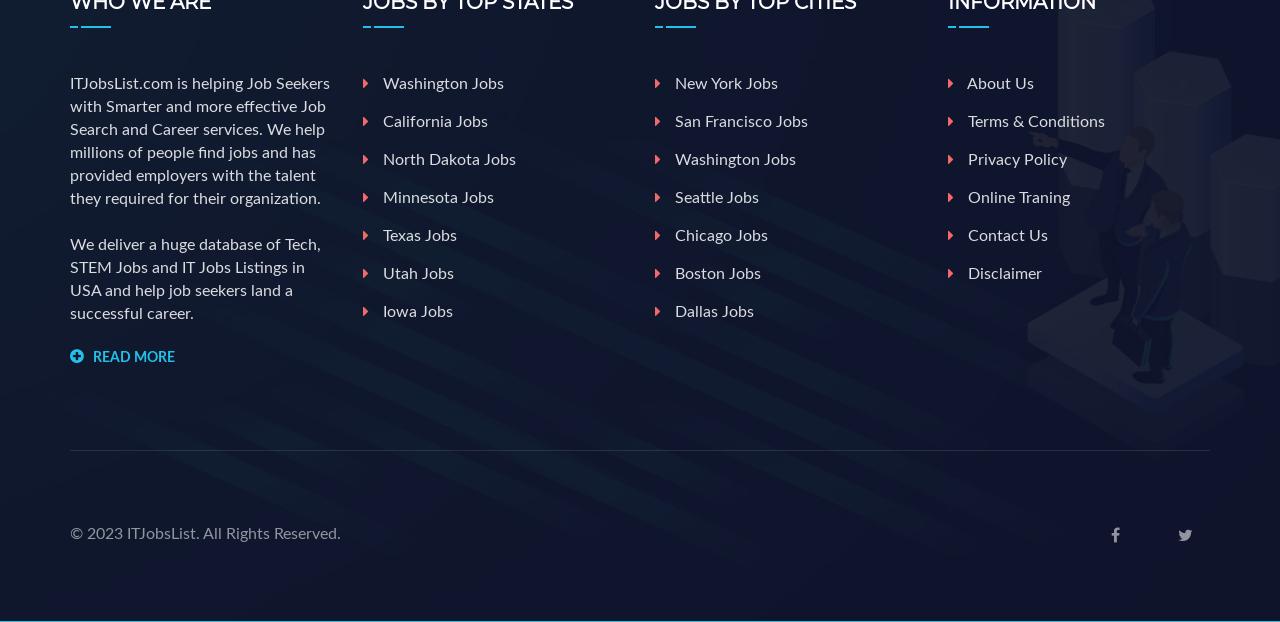 This screenshot has width=1280, height=622. Describe the element at coordinates (670, 273) in the screenshot. I see `'Boston jobs'` at that location.